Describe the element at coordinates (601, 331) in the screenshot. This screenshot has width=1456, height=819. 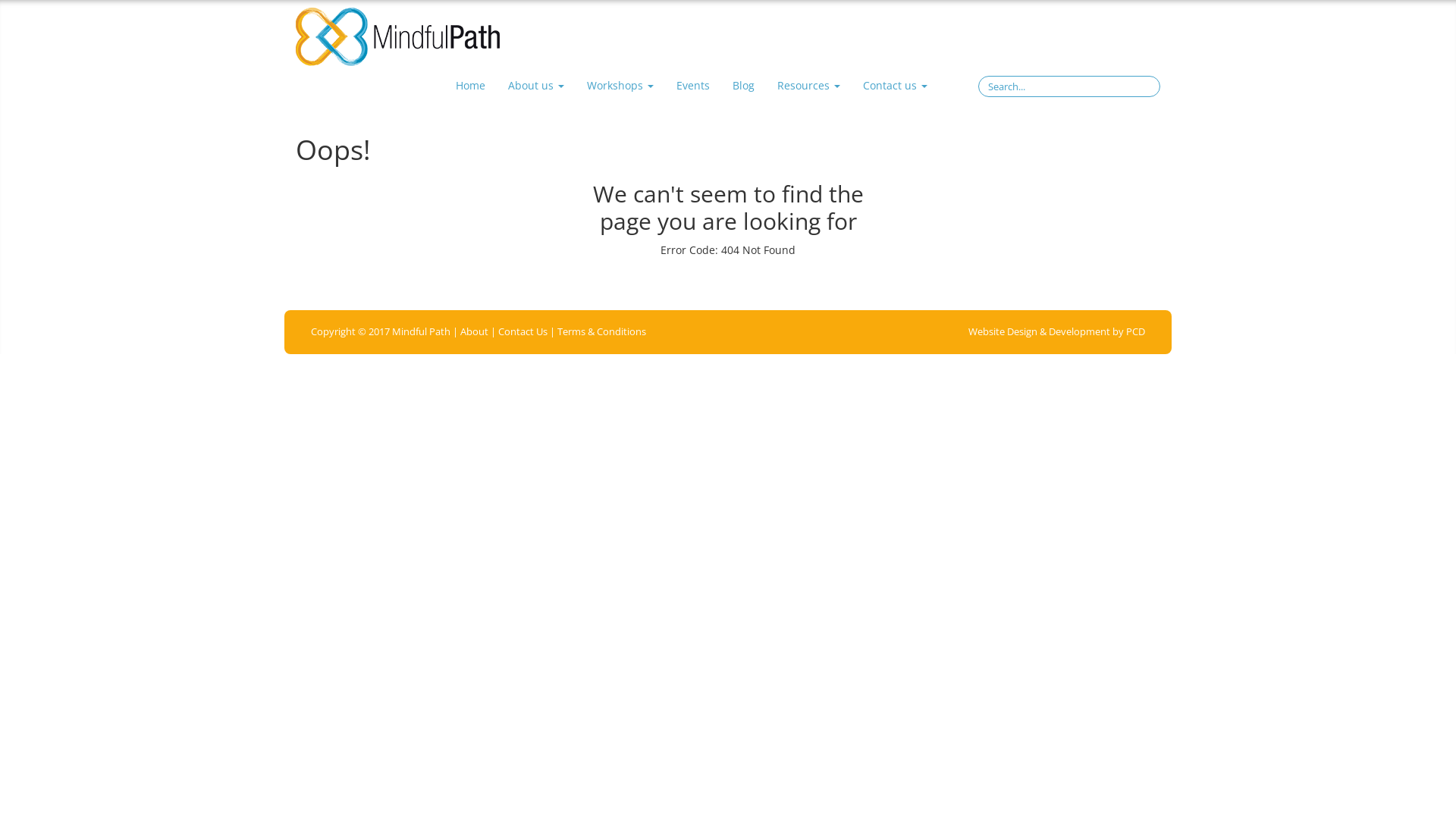
I see `'Terms & Conditions'` at that location.